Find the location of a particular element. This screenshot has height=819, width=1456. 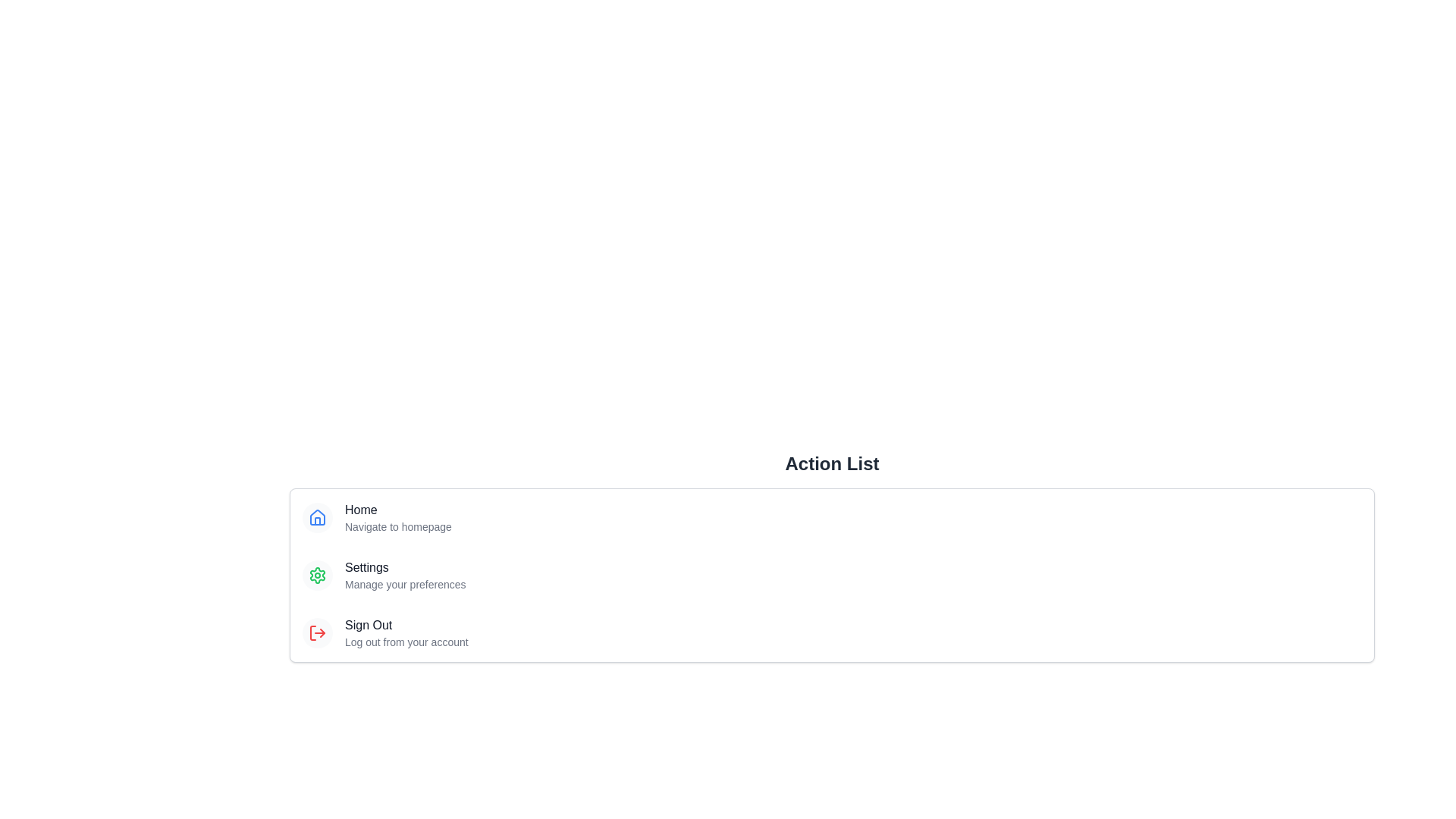

the explanatory text located directly below the 'Sign Out' title in the 'Sign Out' section of the action list is located at coordinates (406, 642).